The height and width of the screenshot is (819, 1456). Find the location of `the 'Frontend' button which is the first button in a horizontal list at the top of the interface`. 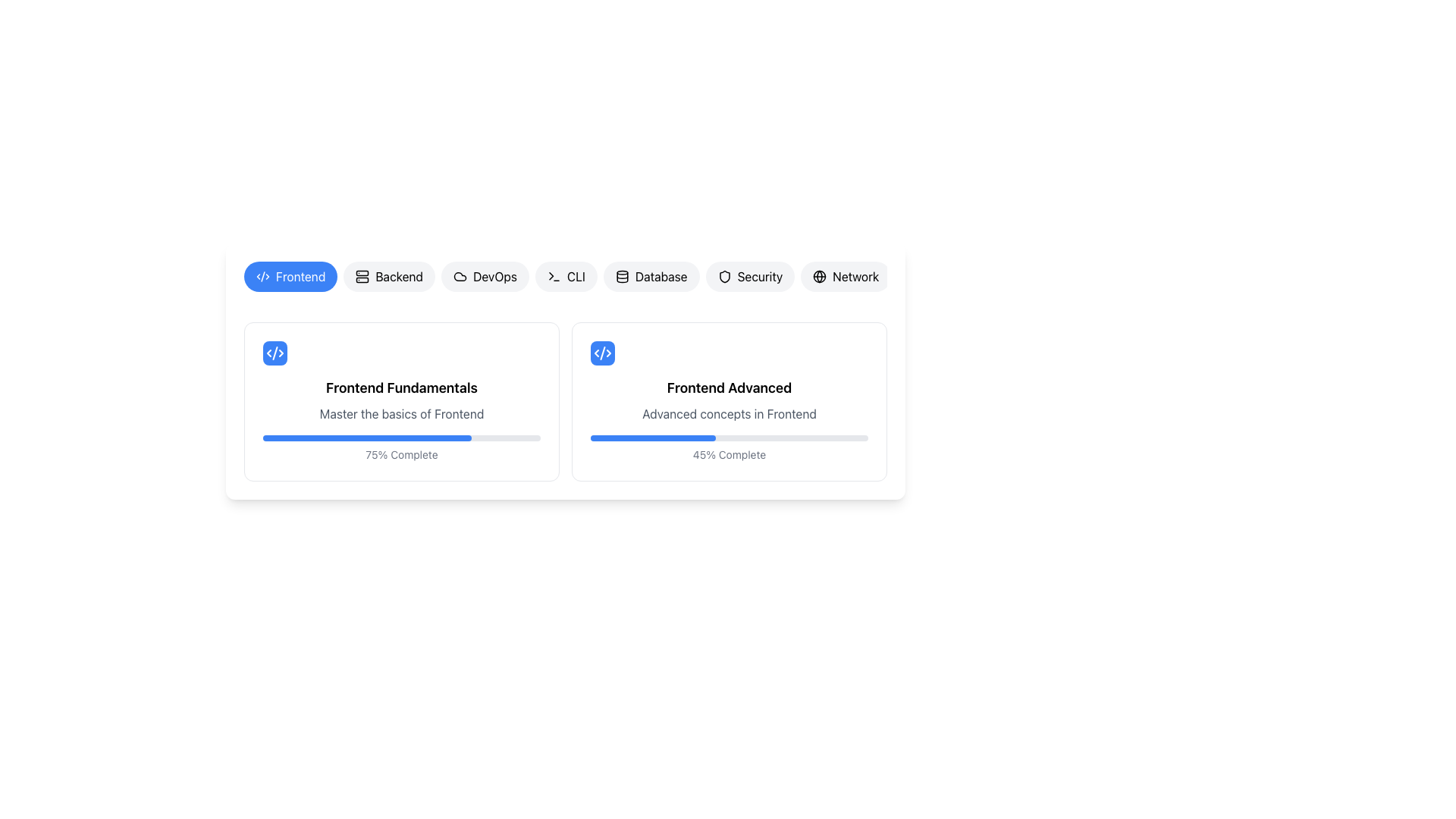

the 'Frontend' button which is the first button in a horizontal list at the top of the interface is located at coordinates (300, 277).